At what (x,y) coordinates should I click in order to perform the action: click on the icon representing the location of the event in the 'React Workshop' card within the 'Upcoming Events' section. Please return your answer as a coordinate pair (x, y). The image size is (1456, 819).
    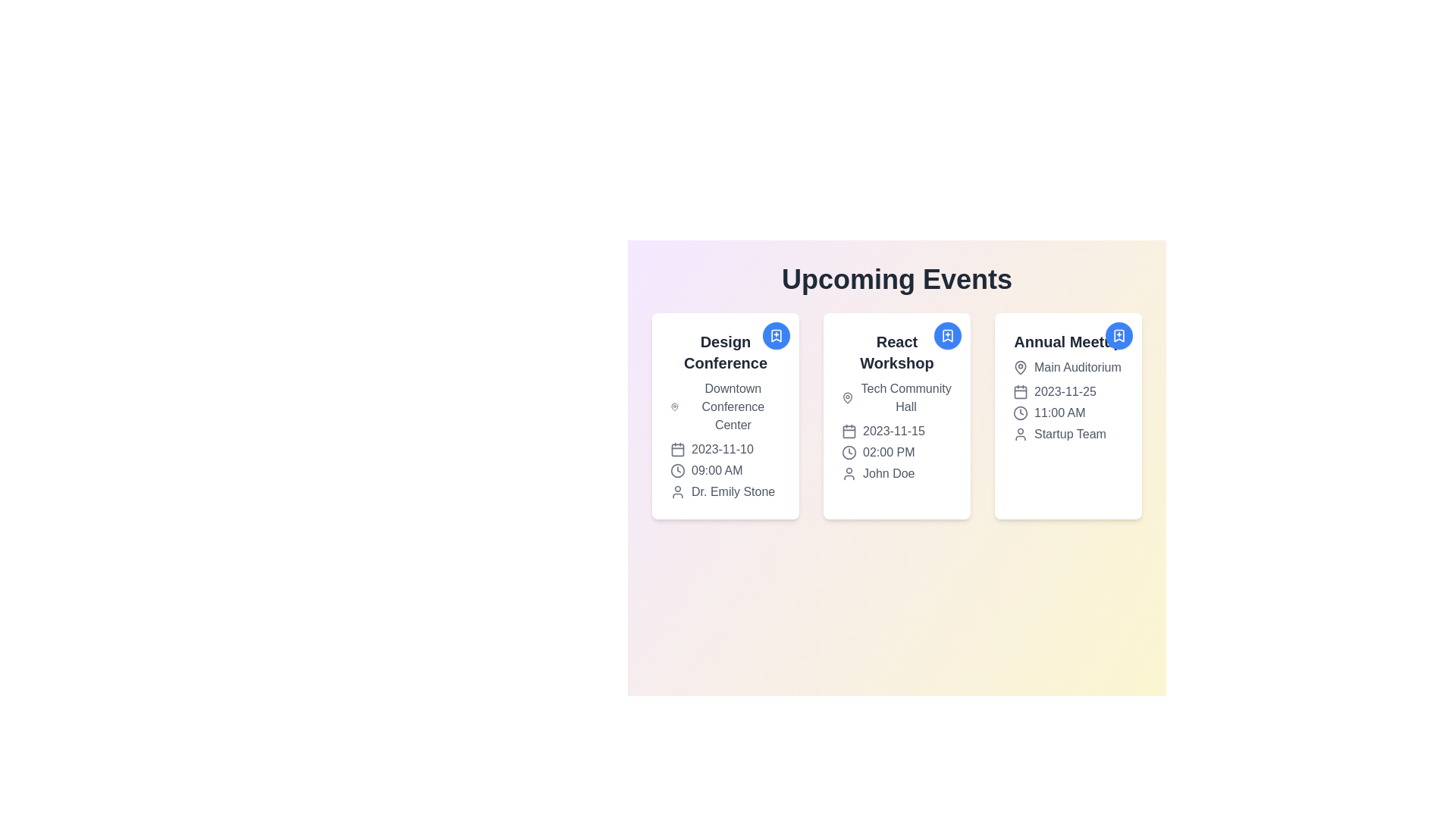
    Looking at the image, I should click on (847, 397).